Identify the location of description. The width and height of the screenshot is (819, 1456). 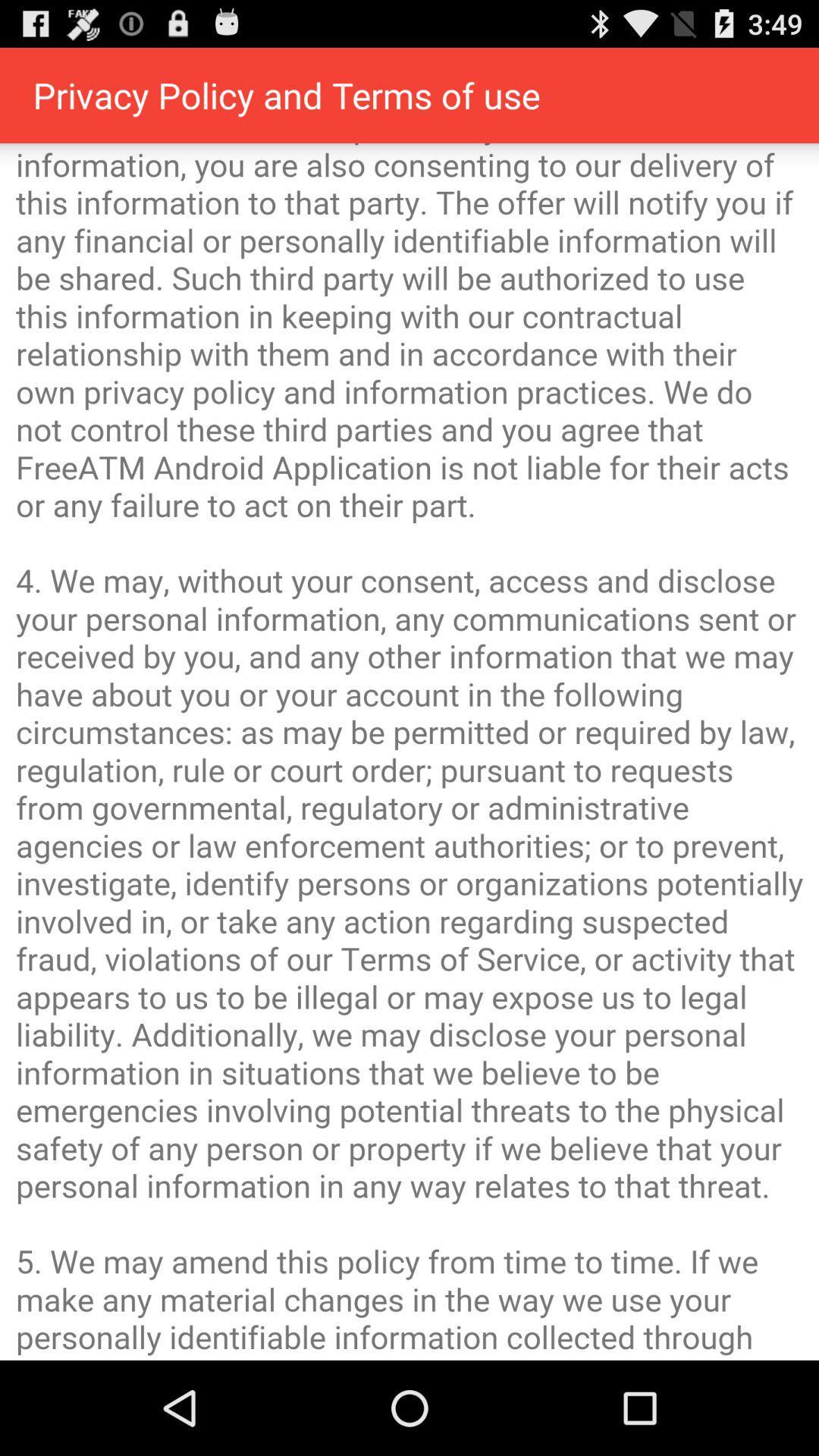
(409, 752).